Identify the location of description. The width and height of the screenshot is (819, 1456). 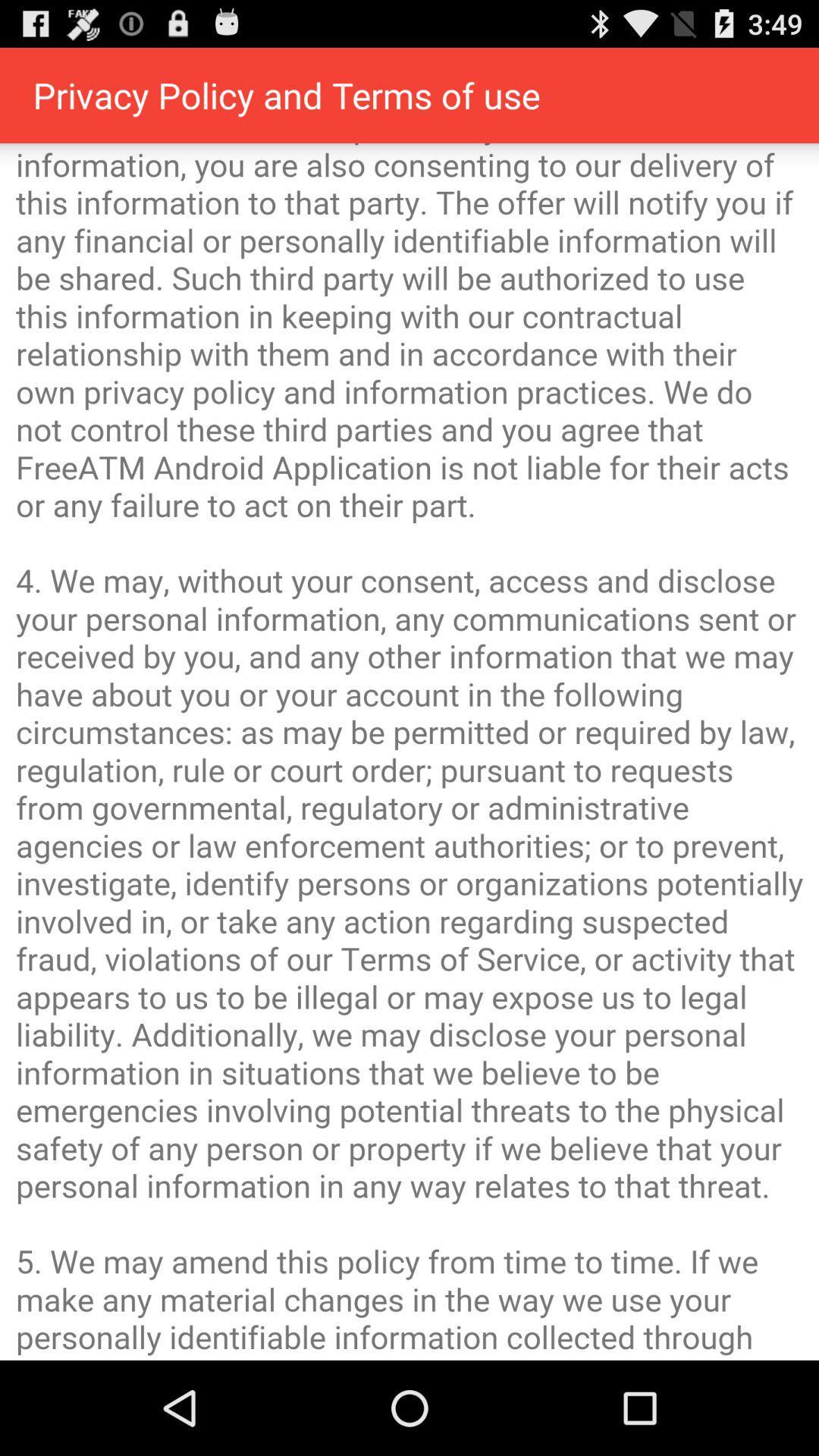
(409, 752).